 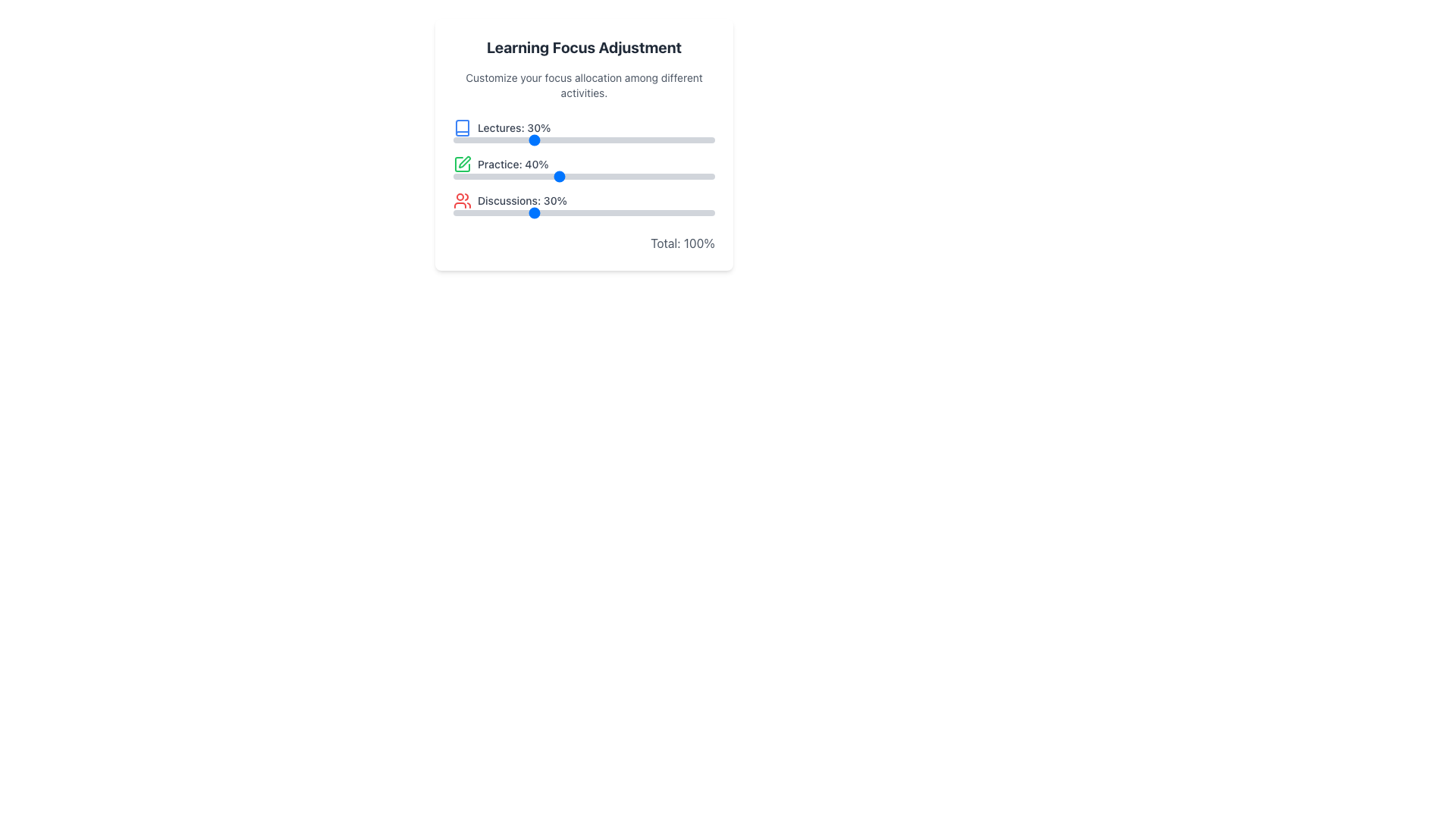 What do you see at coordinates (461, 200) in the screenshot?
I see `the red icon representing a group of stylized individuals located next` at bounding box center [461, 200].